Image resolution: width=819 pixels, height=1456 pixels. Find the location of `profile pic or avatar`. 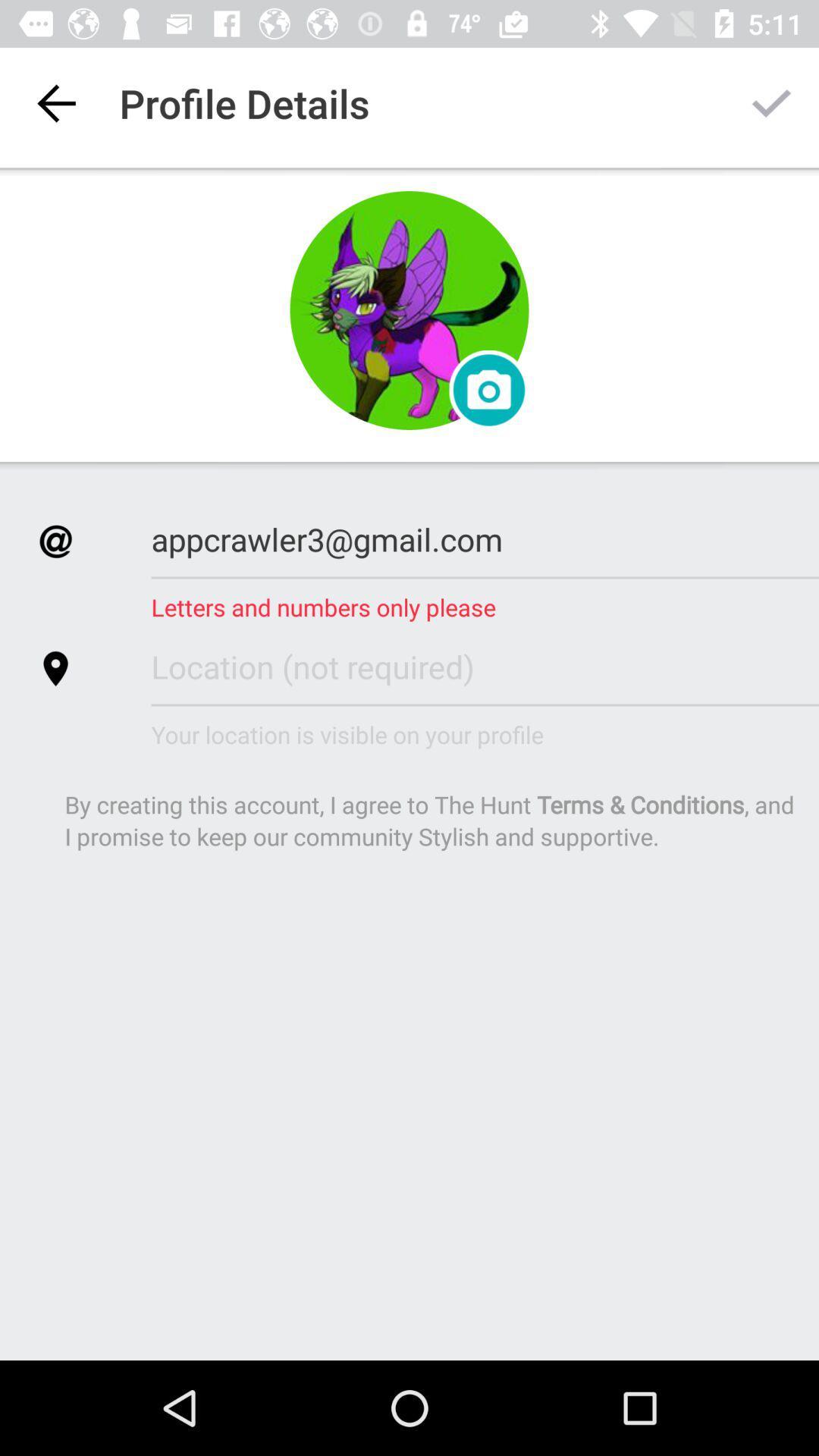

profile pic or avatar is located at coordinates (409, 309).